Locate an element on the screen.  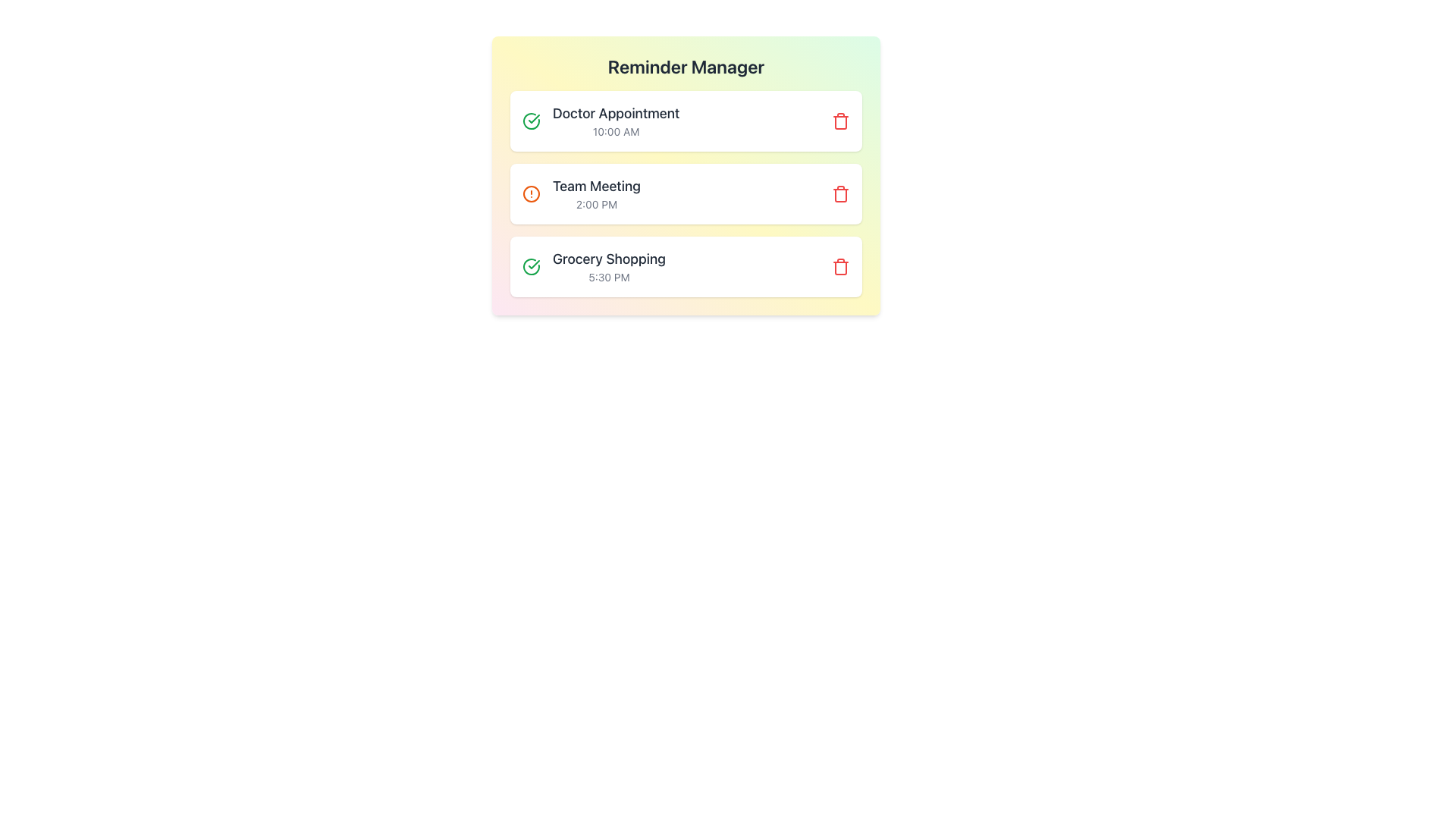
the clickable icon to delete the task titled 'Team Meeting' is located at coordinates (839, 193).